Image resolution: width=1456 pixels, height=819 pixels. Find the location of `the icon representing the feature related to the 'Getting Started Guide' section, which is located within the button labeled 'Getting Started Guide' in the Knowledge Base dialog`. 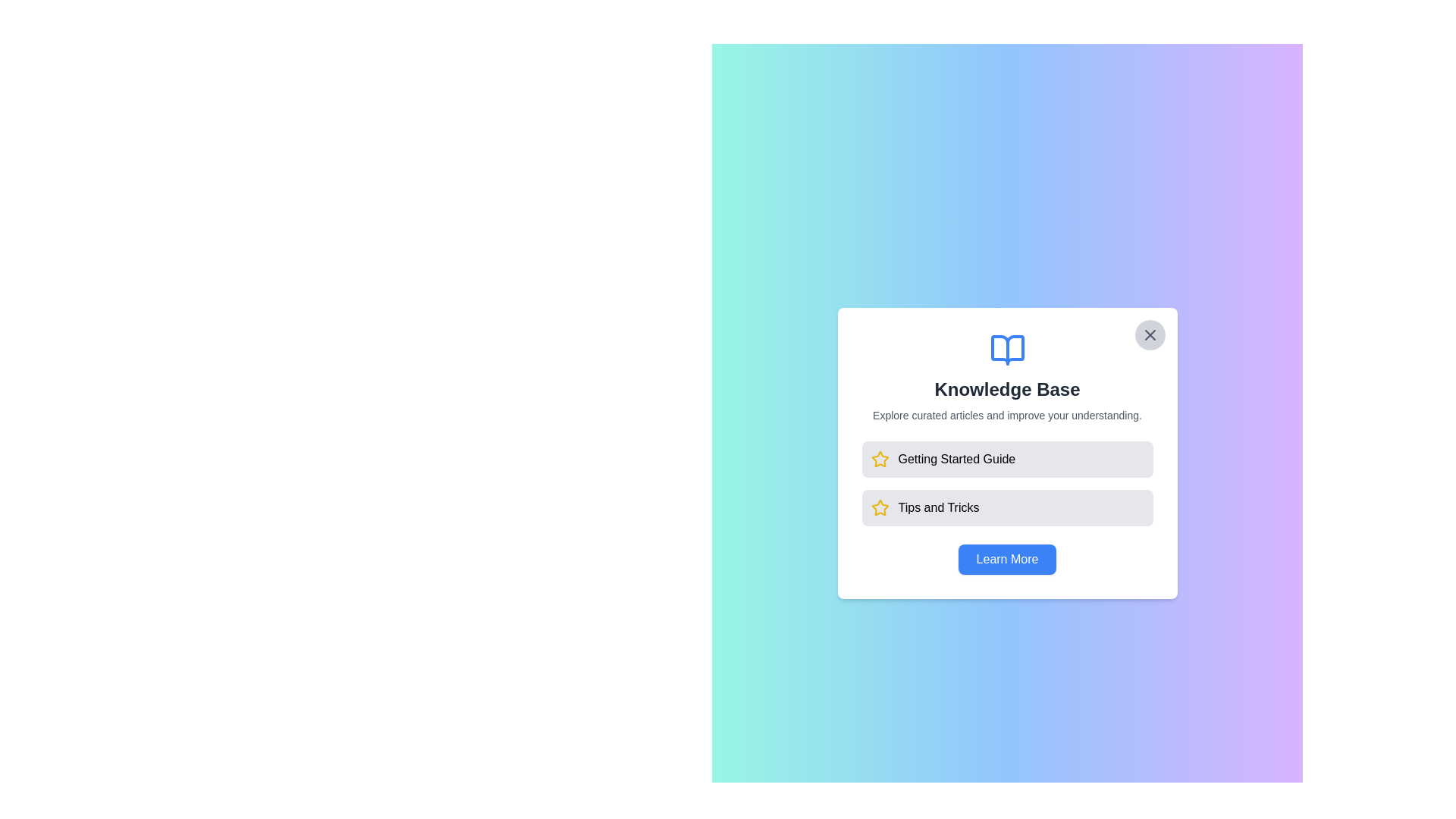

the icon representing the feature related to the 'Getting Started Guide' section, which is located within the button labeled 'Getting Started Guide' in the Knowledge Base dialog is located at coordinates (880, 507).